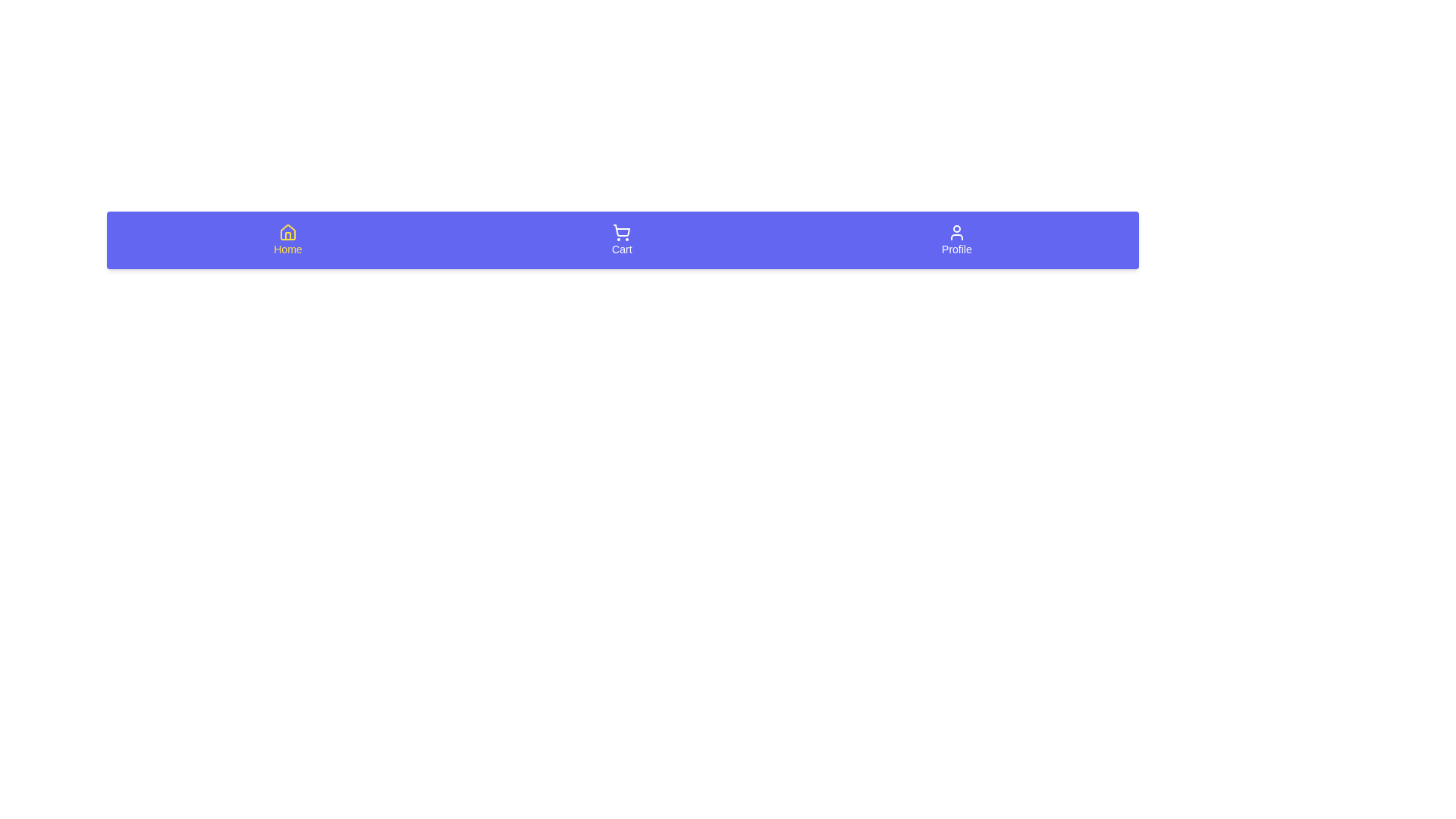  What do you see at coordinates (955, 239) in the screenshot?
I see `the Profile tab in the bottom navigation bar` at bounding box center [955, 239].